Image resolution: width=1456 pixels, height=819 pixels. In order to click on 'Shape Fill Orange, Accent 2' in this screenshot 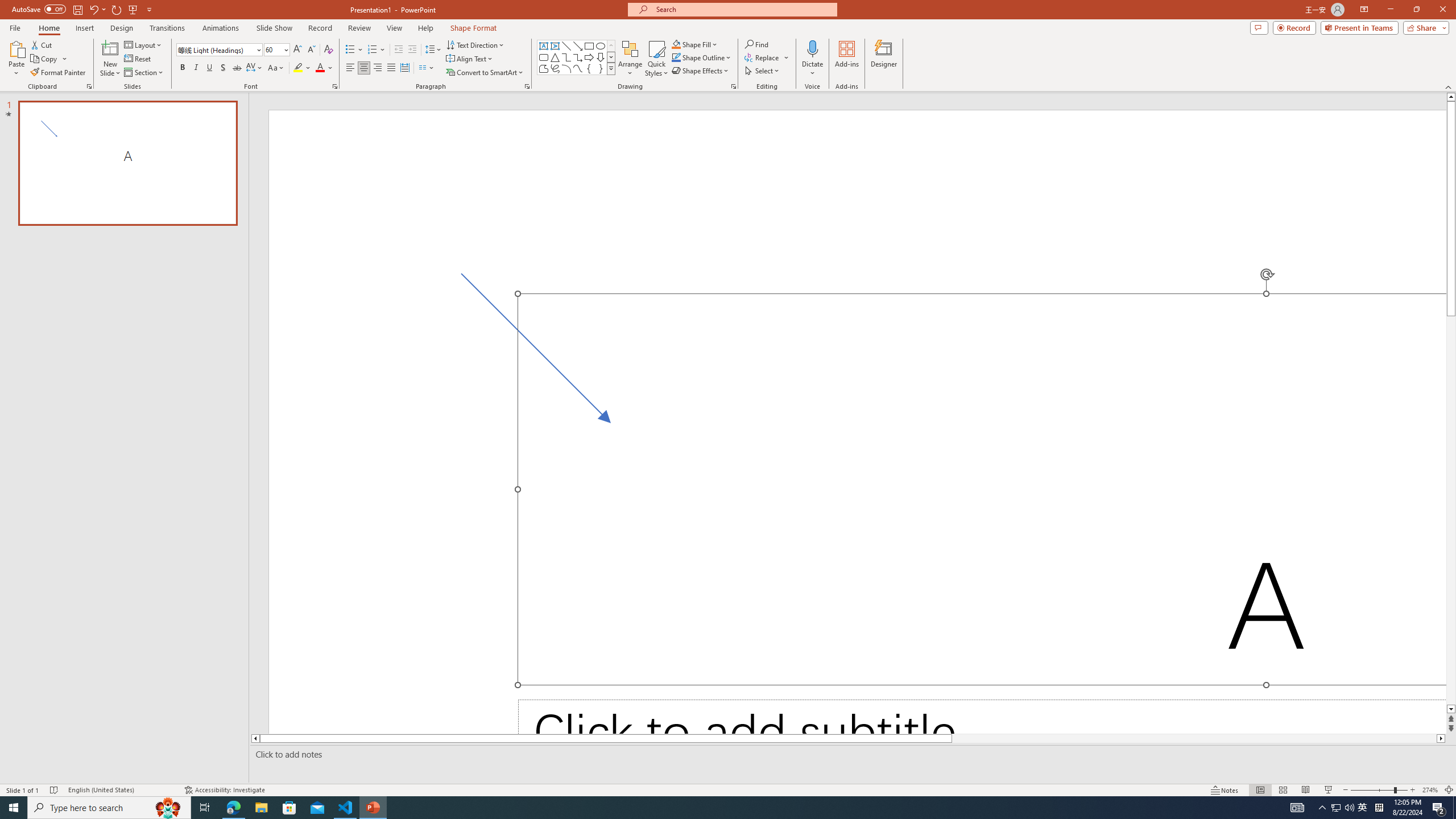, I will do `click(676, 44)`.